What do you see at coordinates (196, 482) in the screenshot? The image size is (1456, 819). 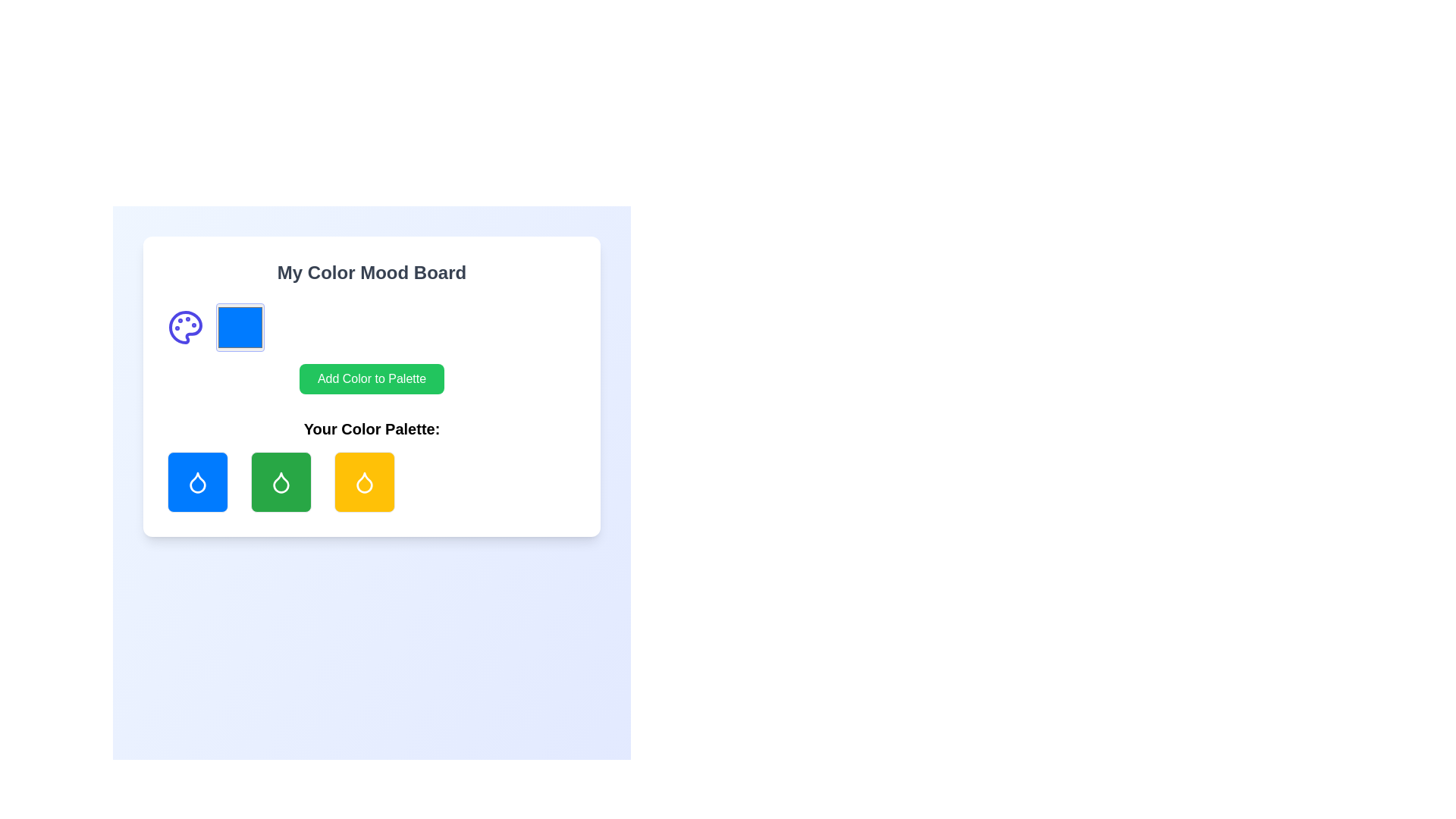 I see `the first blue droplet icon in the 'Your Color Palette' section` at bounding box center [196, 482].